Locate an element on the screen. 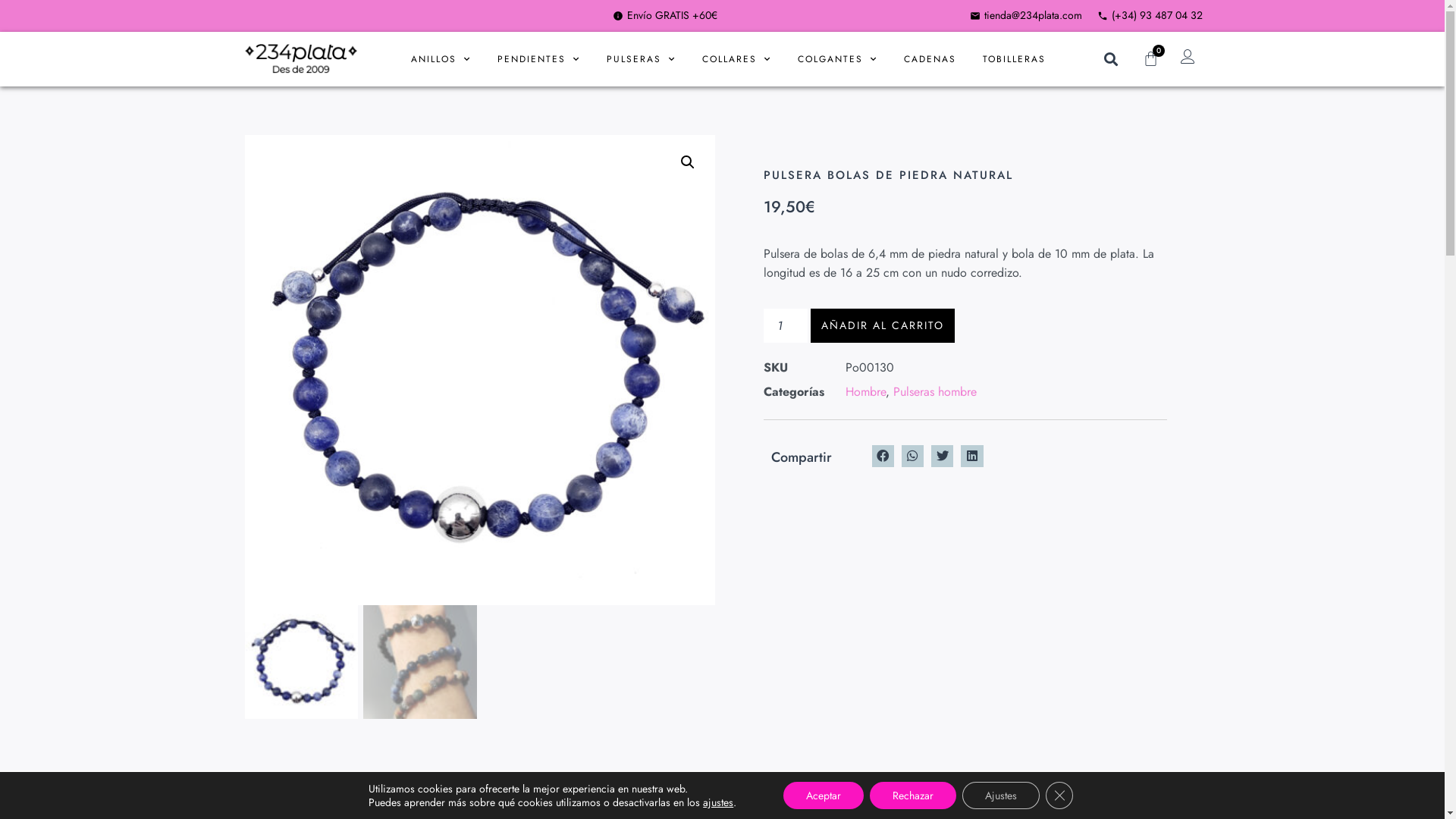 The image size is (1456, 819). 'Hombre' is located at coordinates (864, 391).